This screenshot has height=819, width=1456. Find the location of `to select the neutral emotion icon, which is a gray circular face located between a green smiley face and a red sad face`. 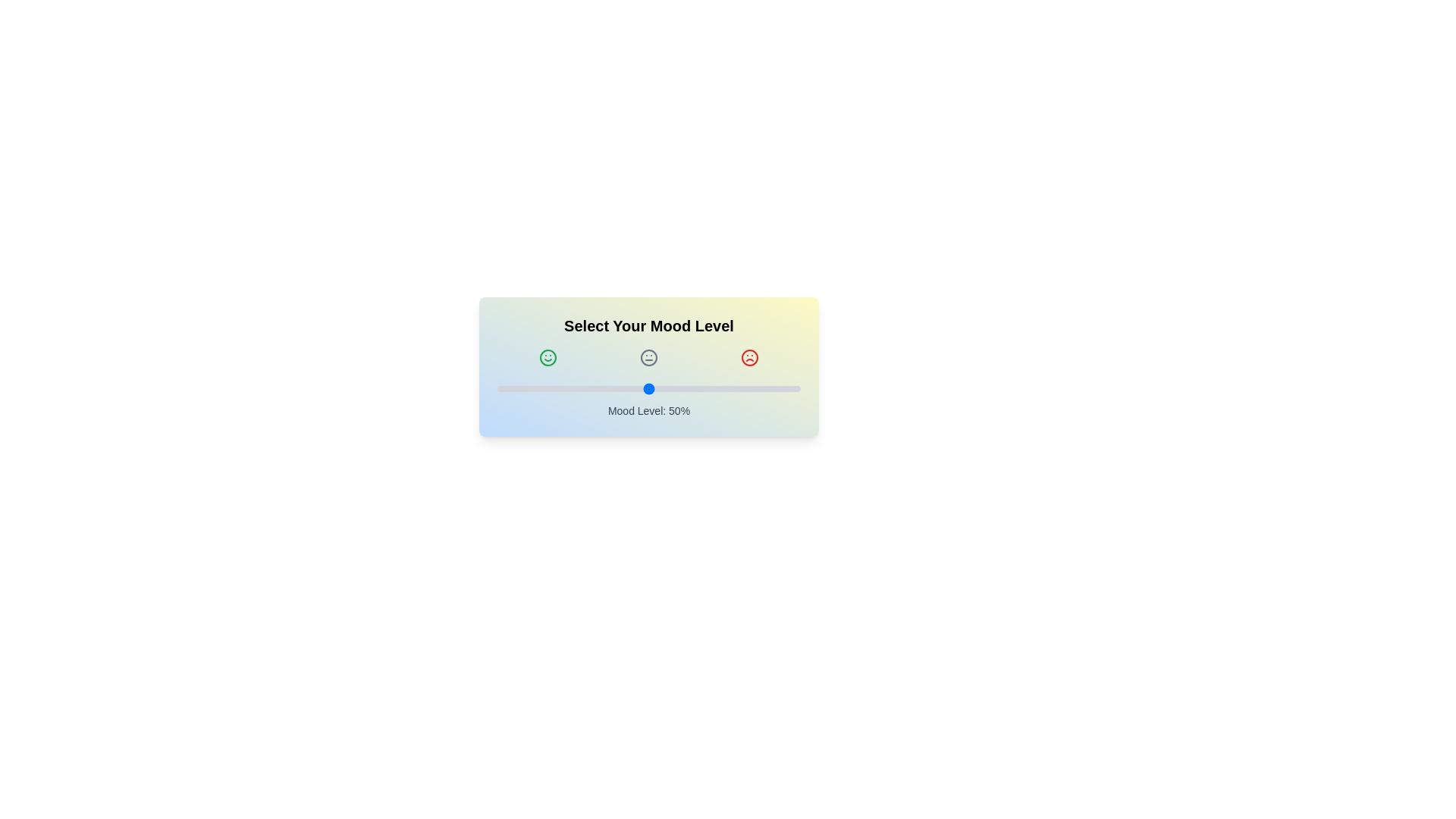

to select the neutral emotion icon, which is a gray circular face located between a green smiley face and a red sad face is located at coordinates (648, 357).